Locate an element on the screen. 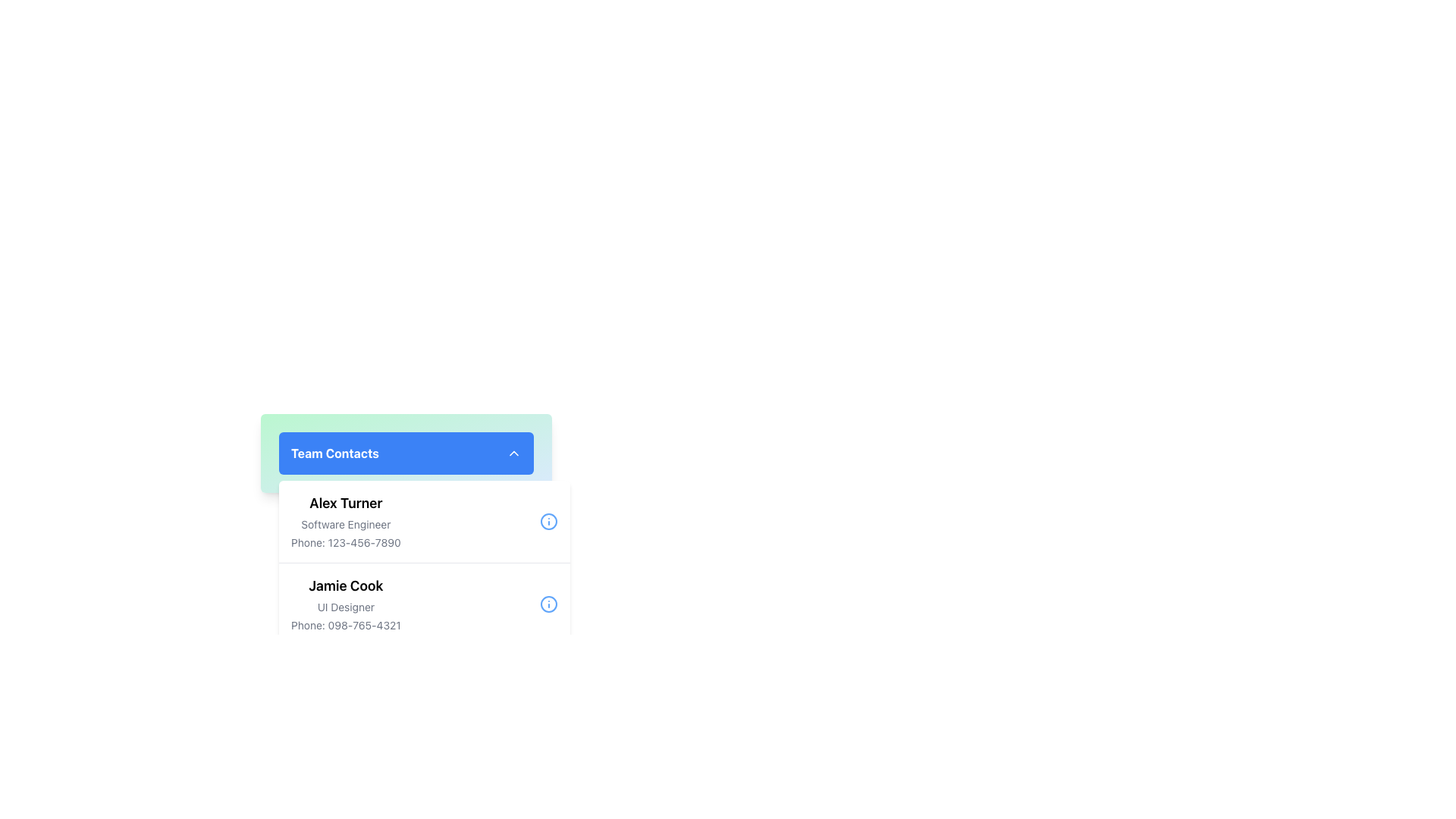  the circular icon with a blue stroke and white fill located to the right of the 'Jamie Cook' user information in the contact card list is located at coordinates (548, 604).